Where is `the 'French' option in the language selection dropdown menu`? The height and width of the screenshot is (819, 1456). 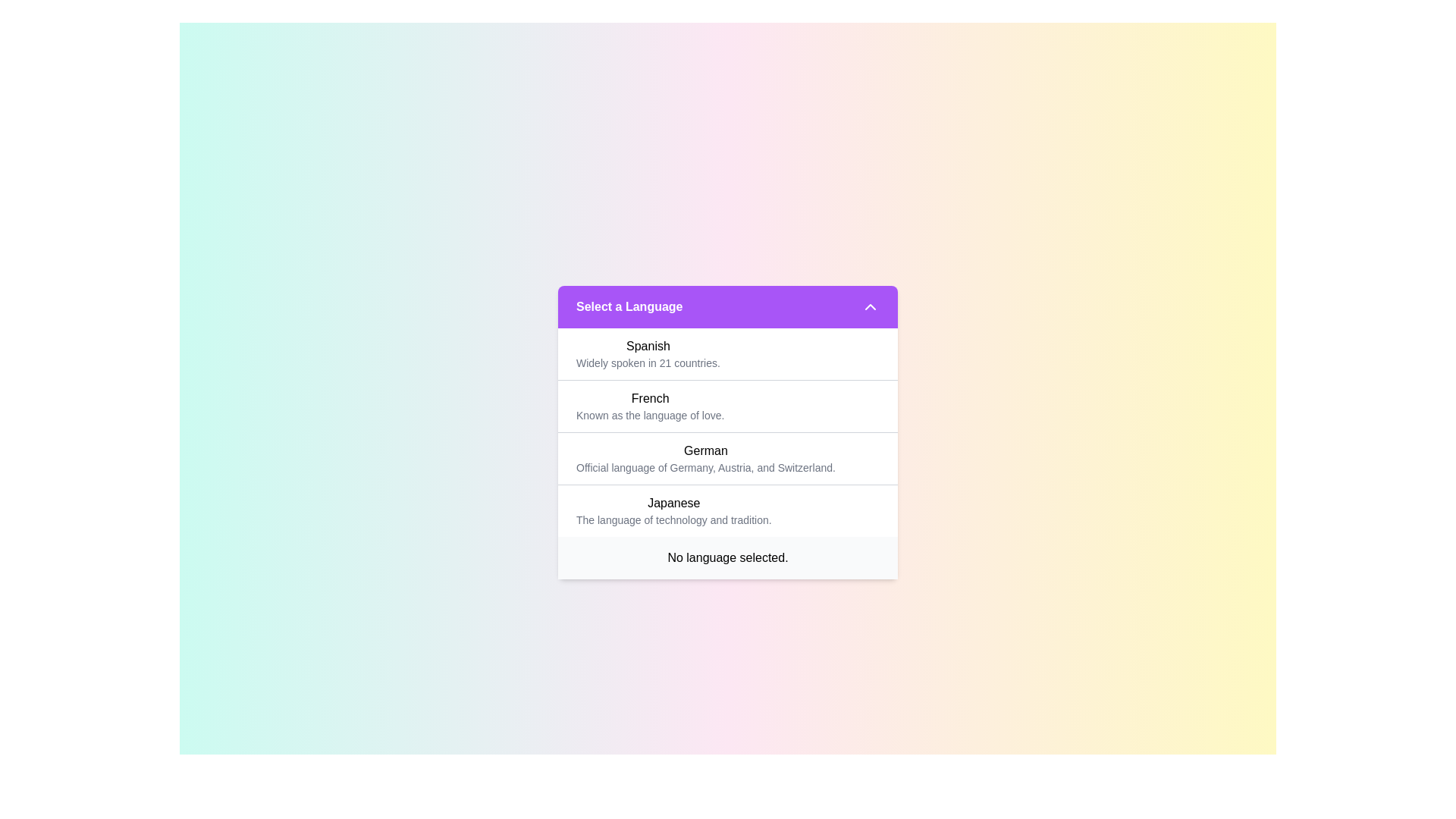
the 'French' option in the language selection dropdown menu is located at coordinates (728, 432).